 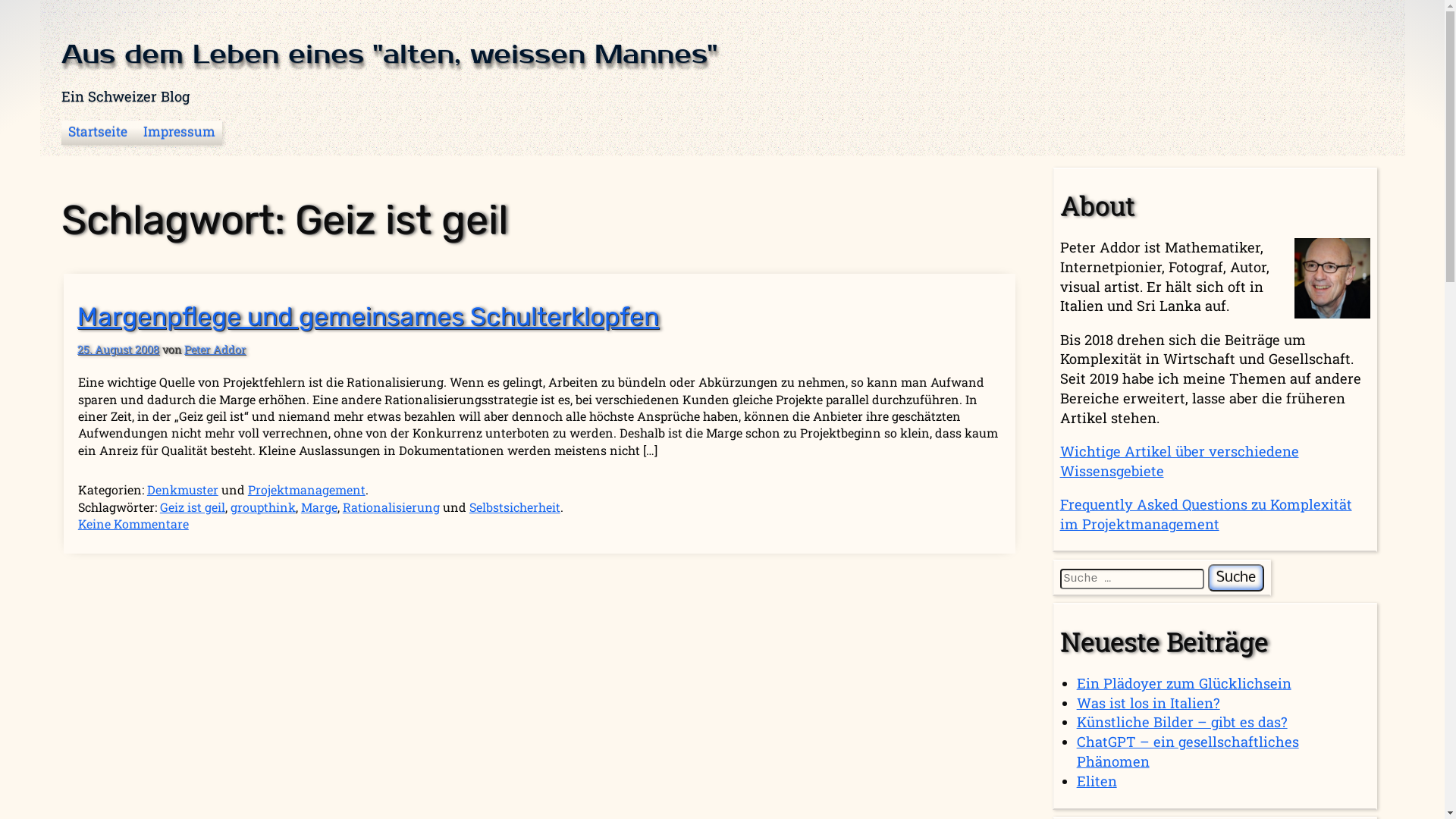 What do you see at coordinates (146, 489) in the screenshot?
I see `'Denkmuster'` at bounding box center [146, 489].